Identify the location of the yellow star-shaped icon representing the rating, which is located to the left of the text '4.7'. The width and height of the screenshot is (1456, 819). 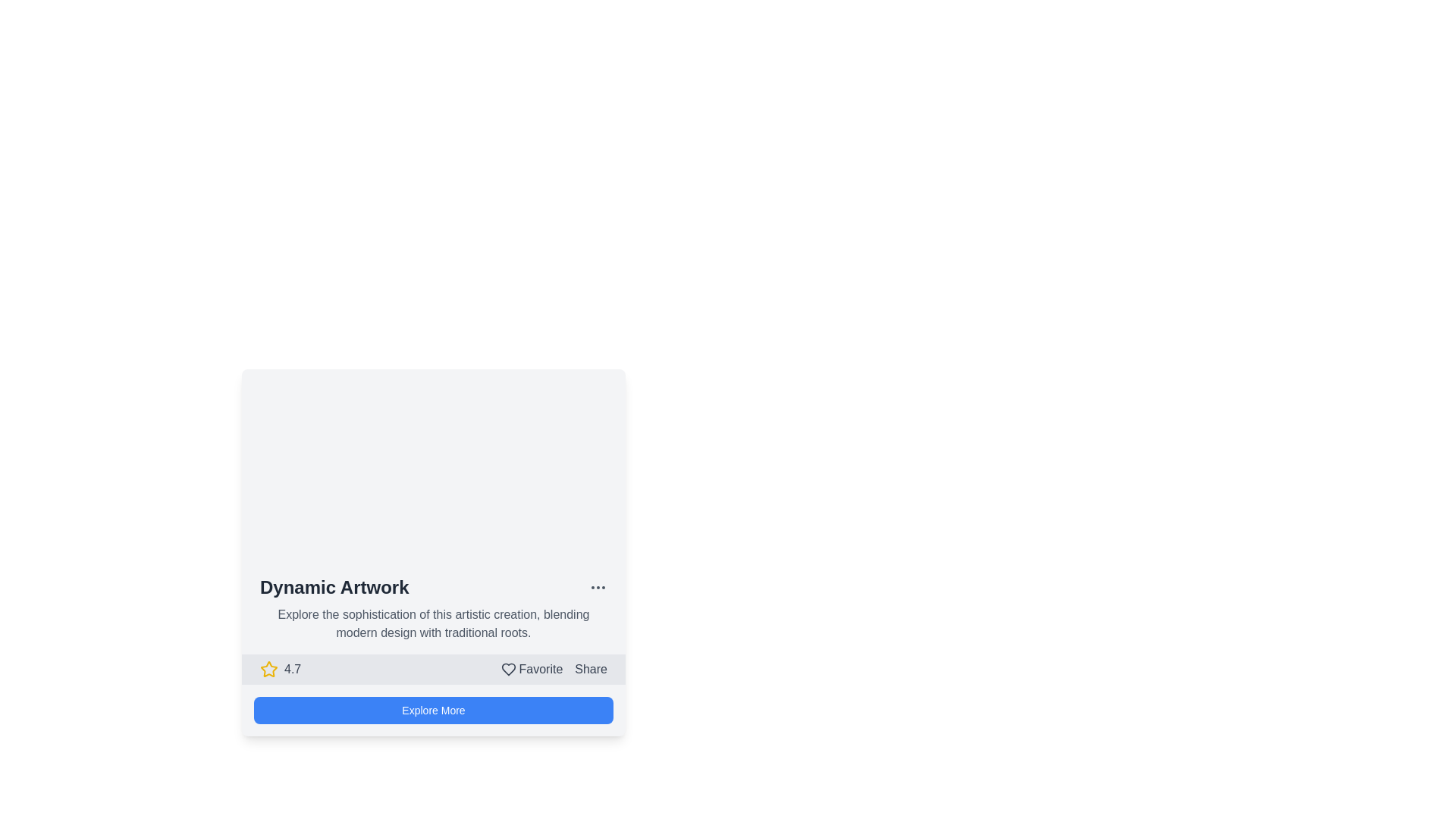
(269, 669).